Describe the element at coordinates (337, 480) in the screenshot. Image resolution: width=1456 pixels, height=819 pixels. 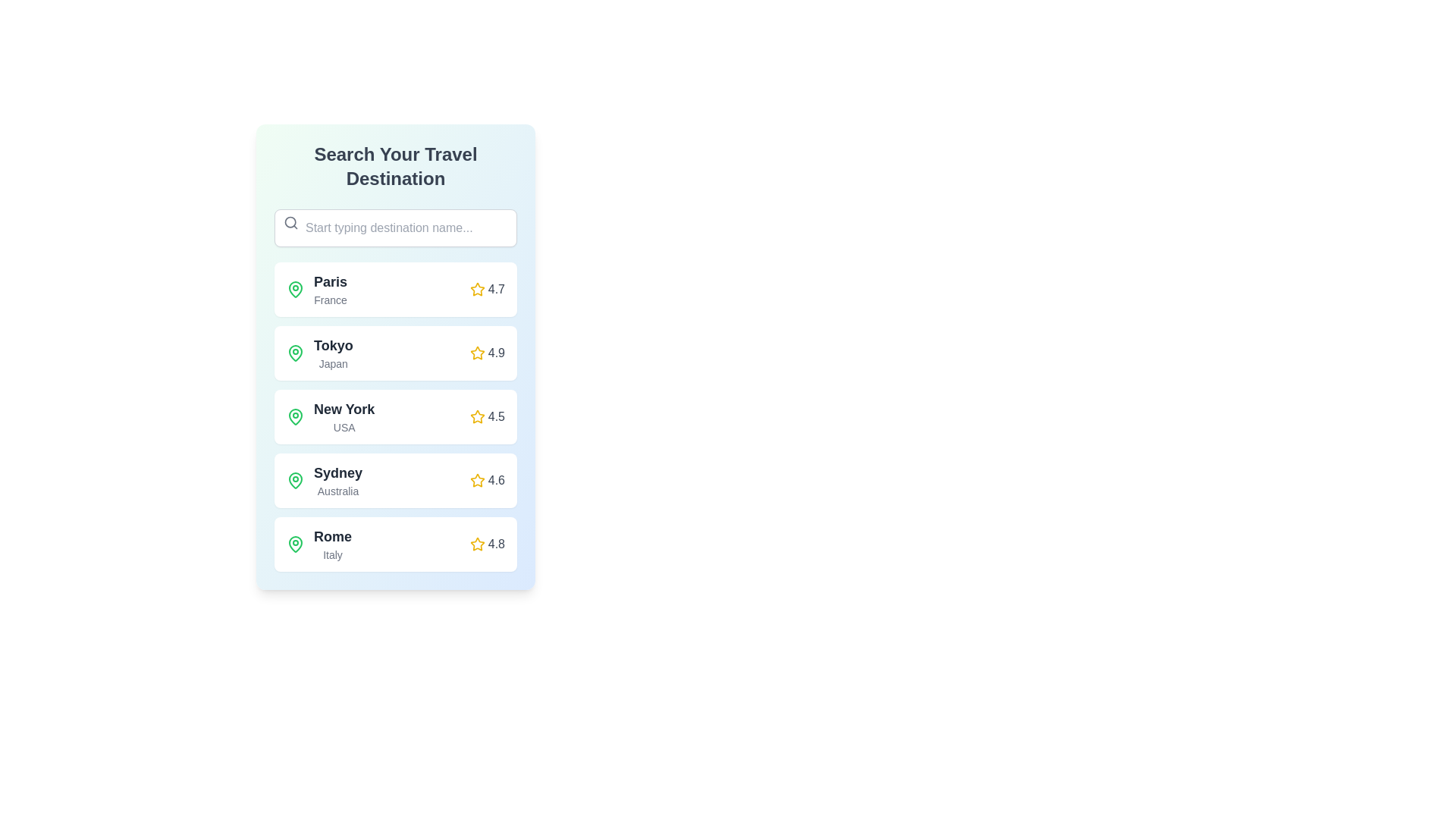
I see `the text block displaying the name of a travel destination, which is the fourth entry in a vertical list, located between 'New York, USA' and 'Rome, Italy'` at that location.